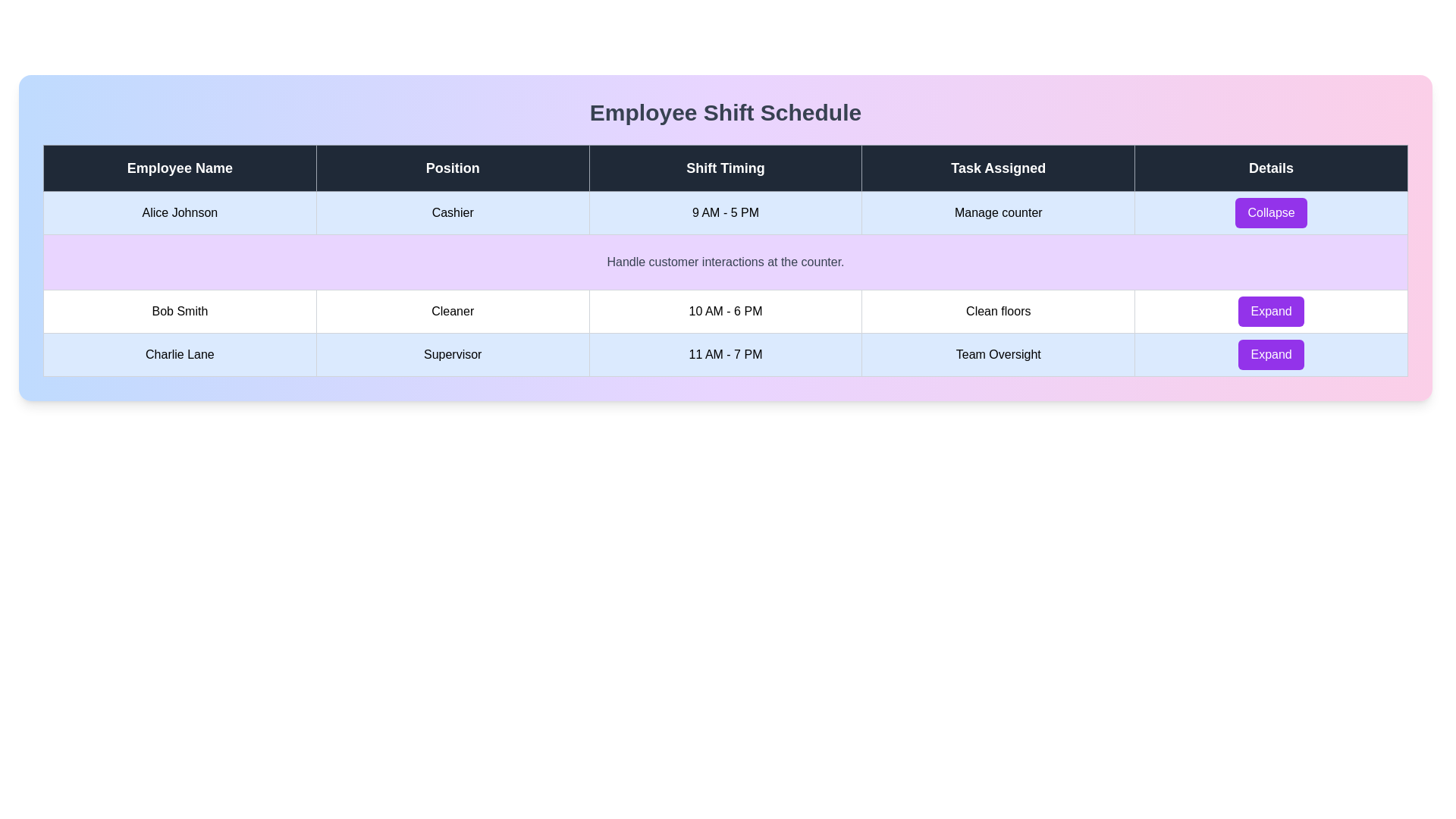 The image size is (1456, 819). I want to click on the 'Manage counter' text display box, which is styled with a border and light background, located in the 'Task Assigned' column of the first row of the table-like structure, so click(998, 213).